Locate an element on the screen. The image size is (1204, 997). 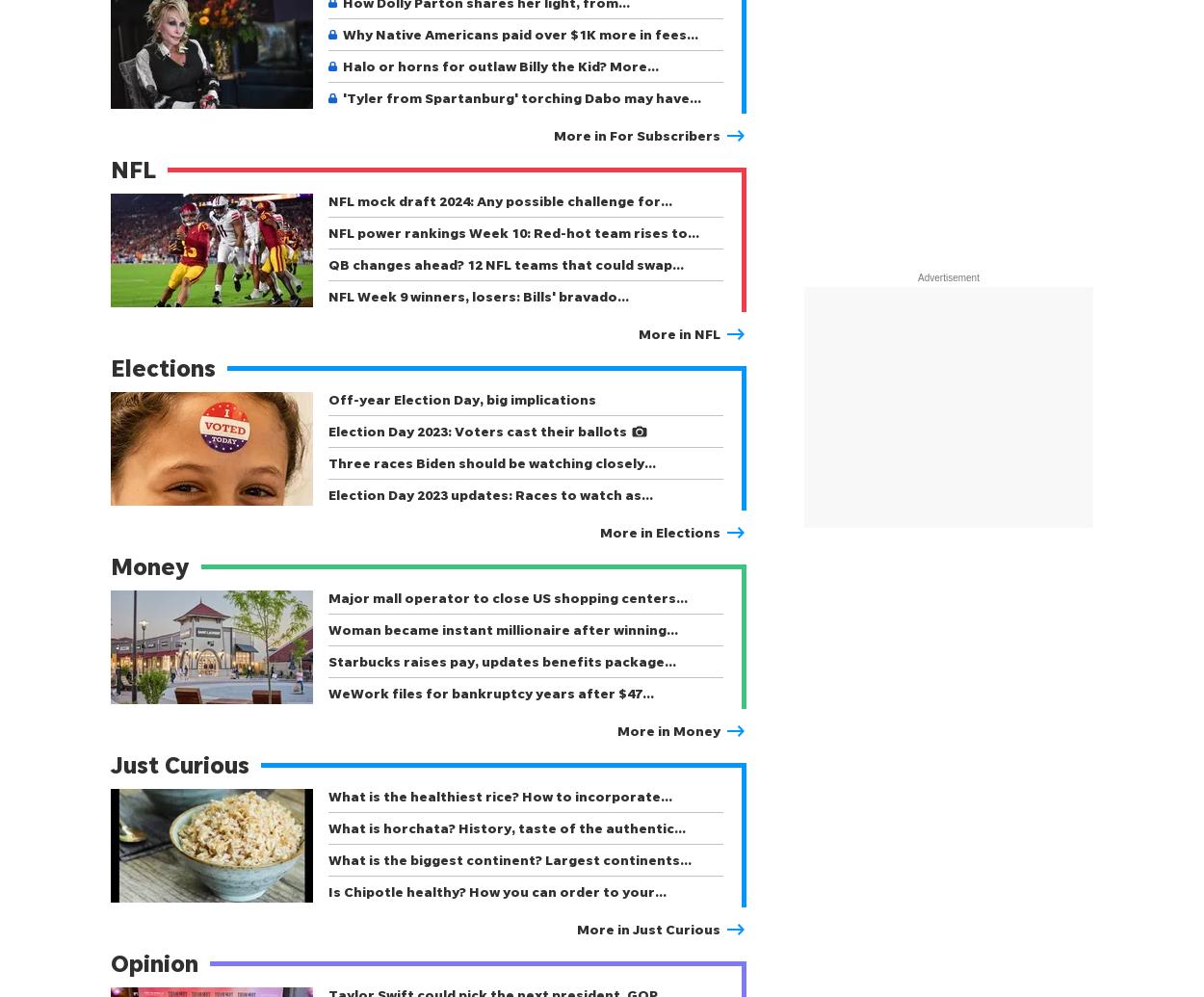
'Major mall operator to close US shopping centers…' is located at coordinates (508, 596).